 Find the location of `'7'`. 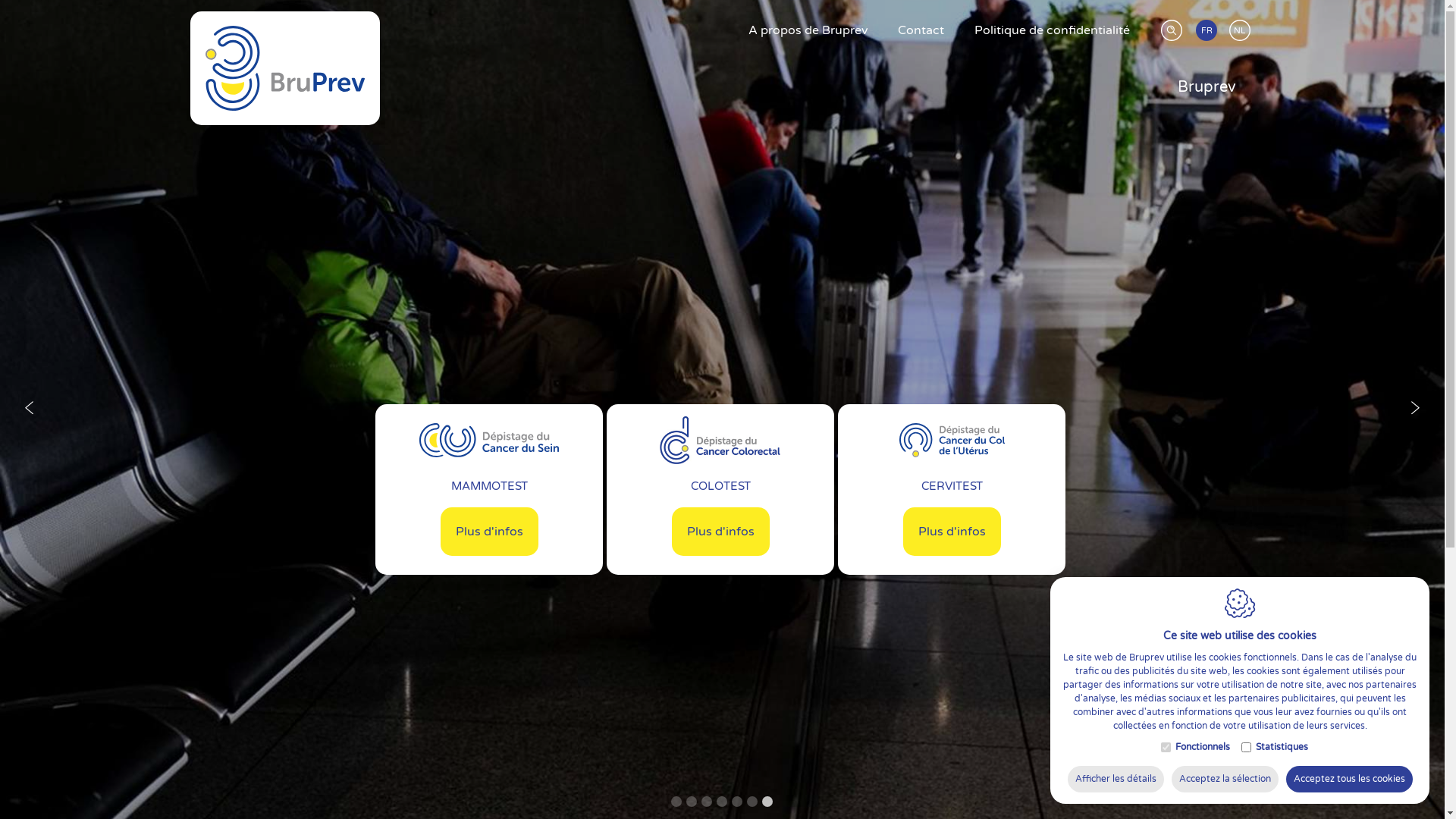

'7' is located at coordinates (767, 800).